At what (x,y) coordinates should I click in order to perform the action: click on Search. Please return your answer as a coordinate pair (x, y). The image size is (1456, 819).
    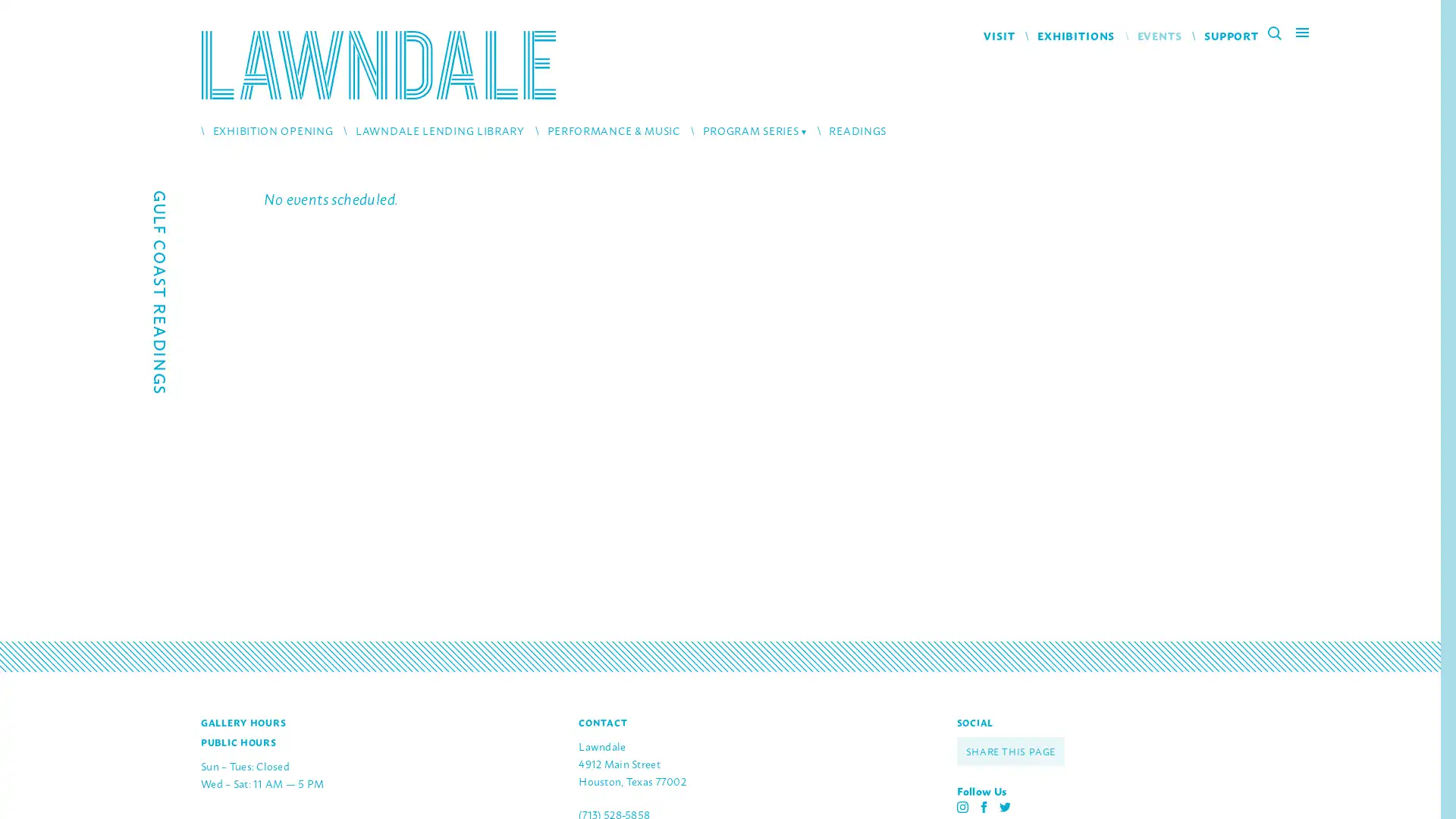
    Looking at the image, I should click on (1279, 35).